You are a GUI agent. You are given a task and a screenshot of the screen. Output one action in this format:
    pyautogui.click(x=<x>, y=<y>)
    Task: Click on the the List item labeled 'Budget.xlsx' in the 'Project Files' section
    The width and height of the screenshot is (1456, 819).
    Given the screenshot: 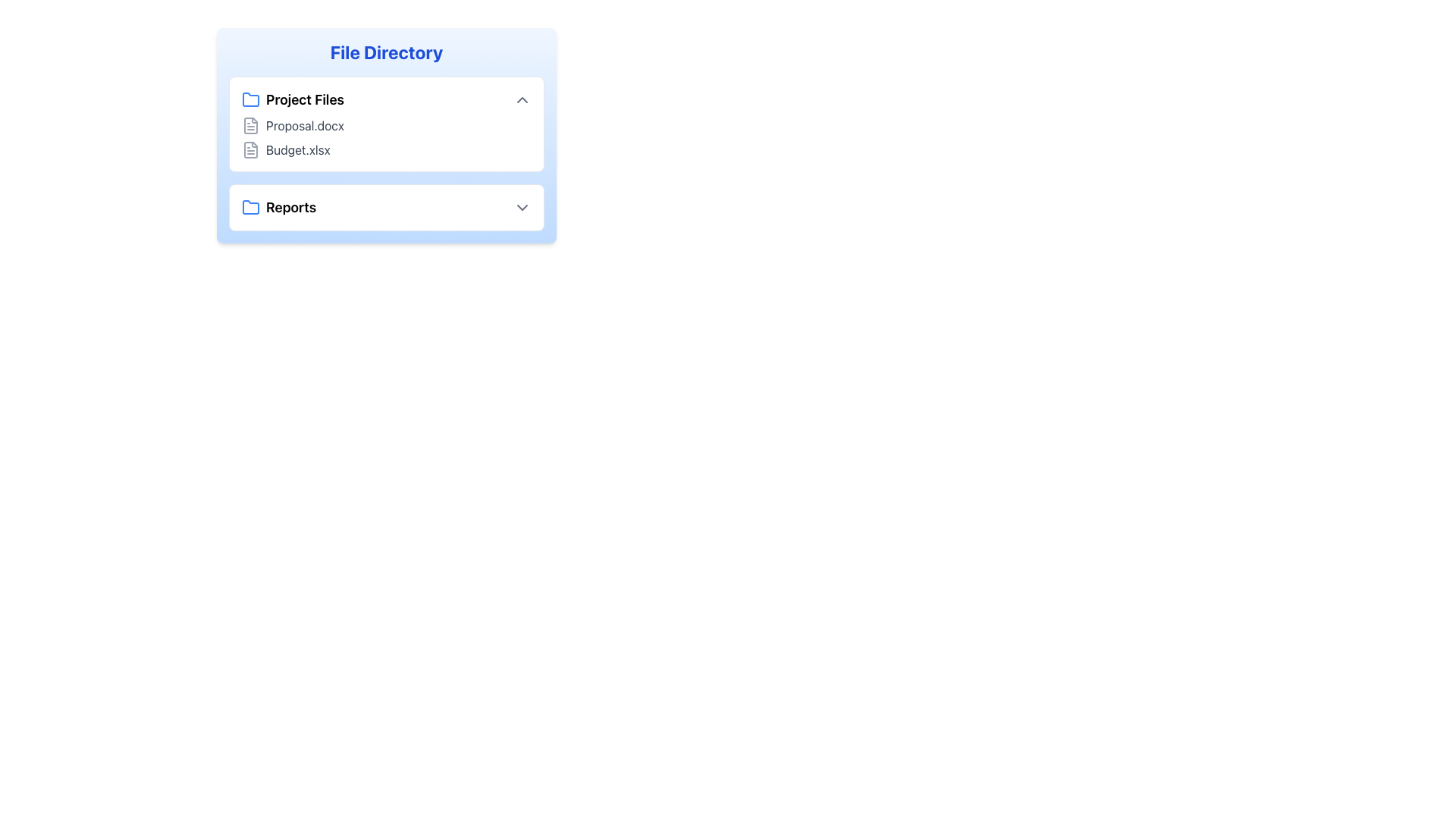 What is the action you would take?
    pyautogui.click(x=386, y=149)
    